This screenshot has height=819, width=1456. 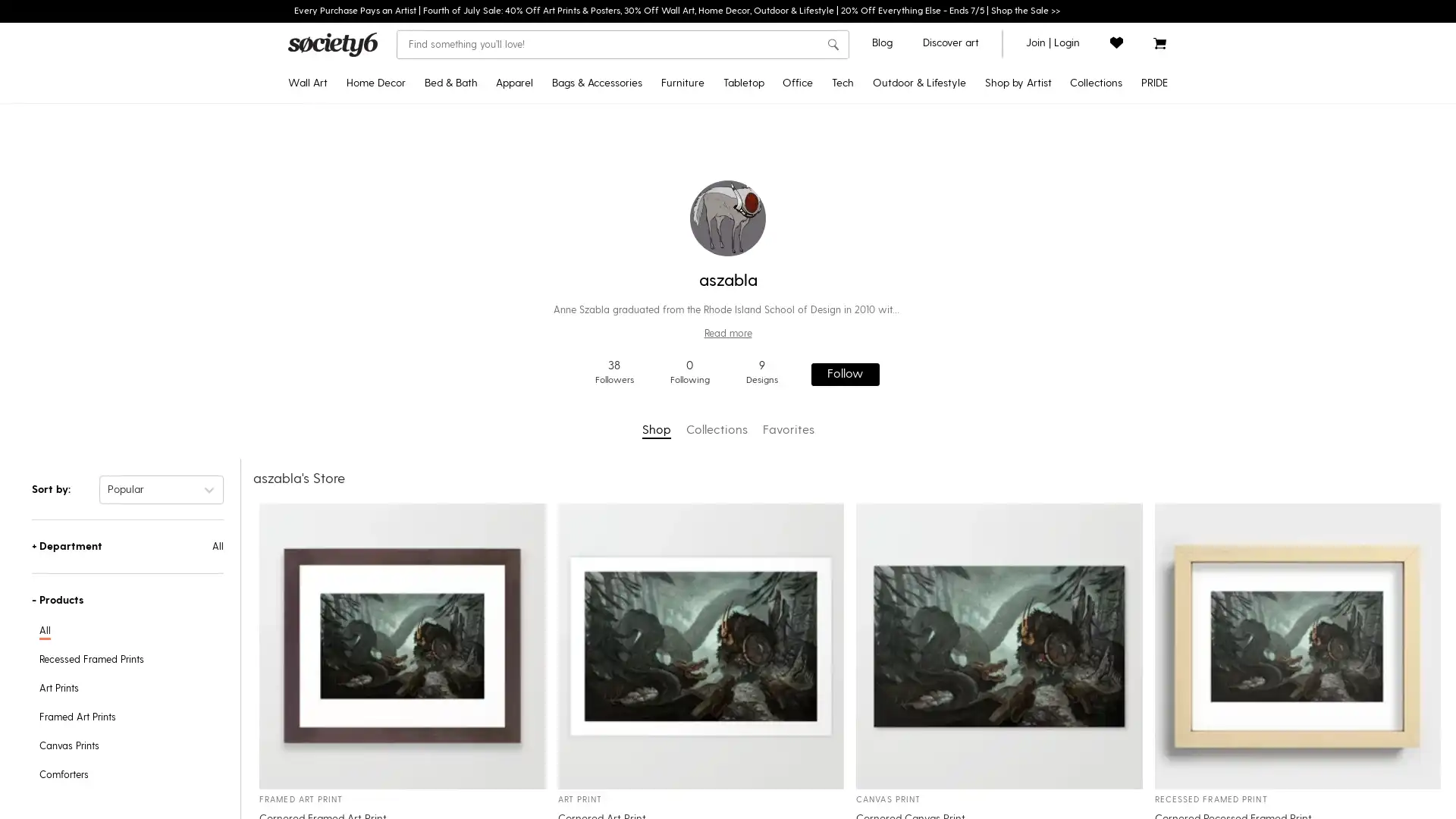 What do you see at coordinates (977, 121) in the screenshot?
I see `Disney` at bounding box center [977, 121].